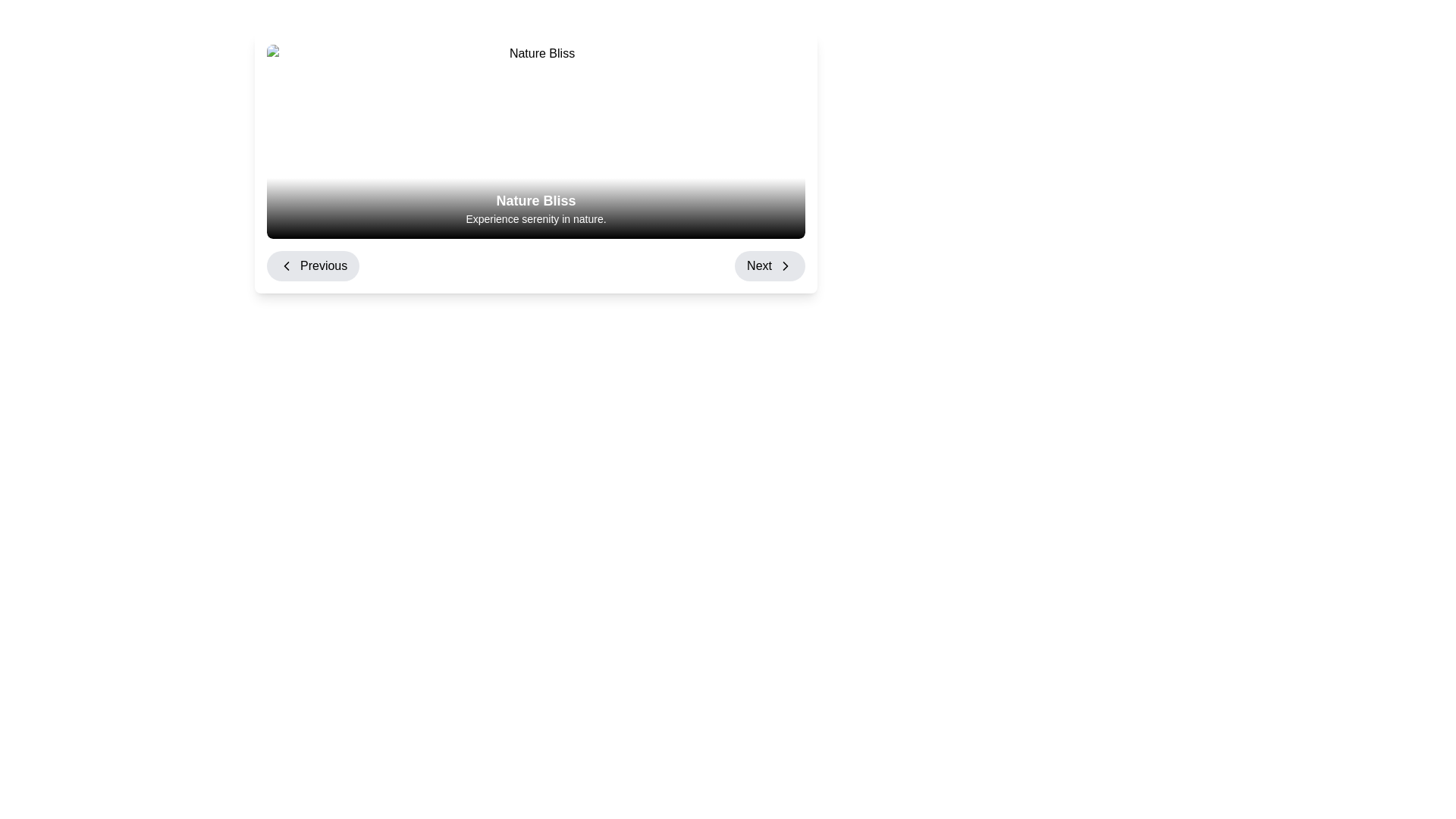  I want to click on the 'Next' button located at the bottom right corner of the navigation section, so click(770, 265).